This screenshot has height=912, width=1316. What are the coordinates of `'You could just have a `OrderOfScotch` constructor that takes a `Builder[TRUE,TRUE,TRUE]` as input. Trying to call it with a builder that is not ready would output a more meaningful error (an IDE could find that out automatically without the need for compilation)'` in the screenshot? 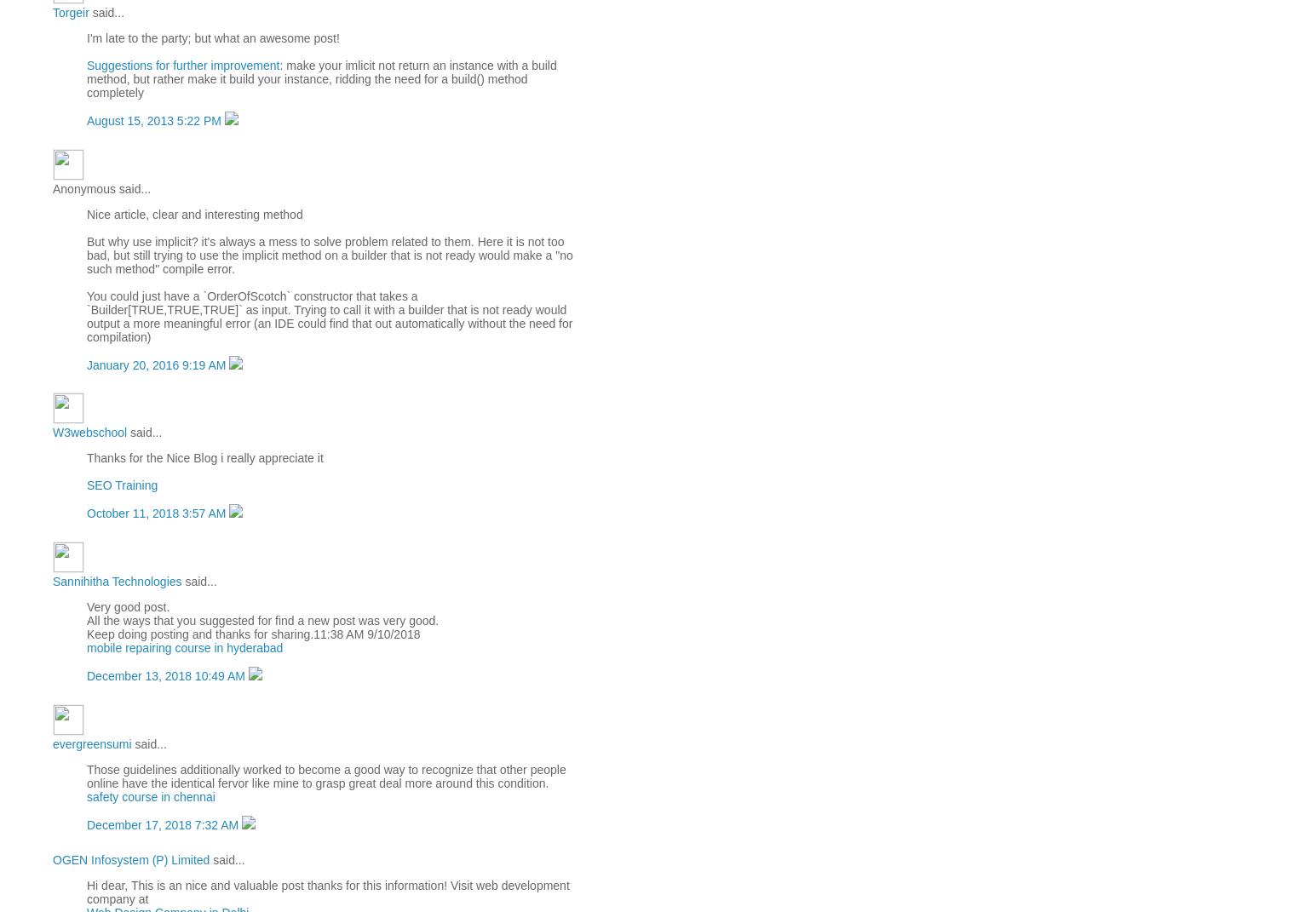 It's located at (329, 314).